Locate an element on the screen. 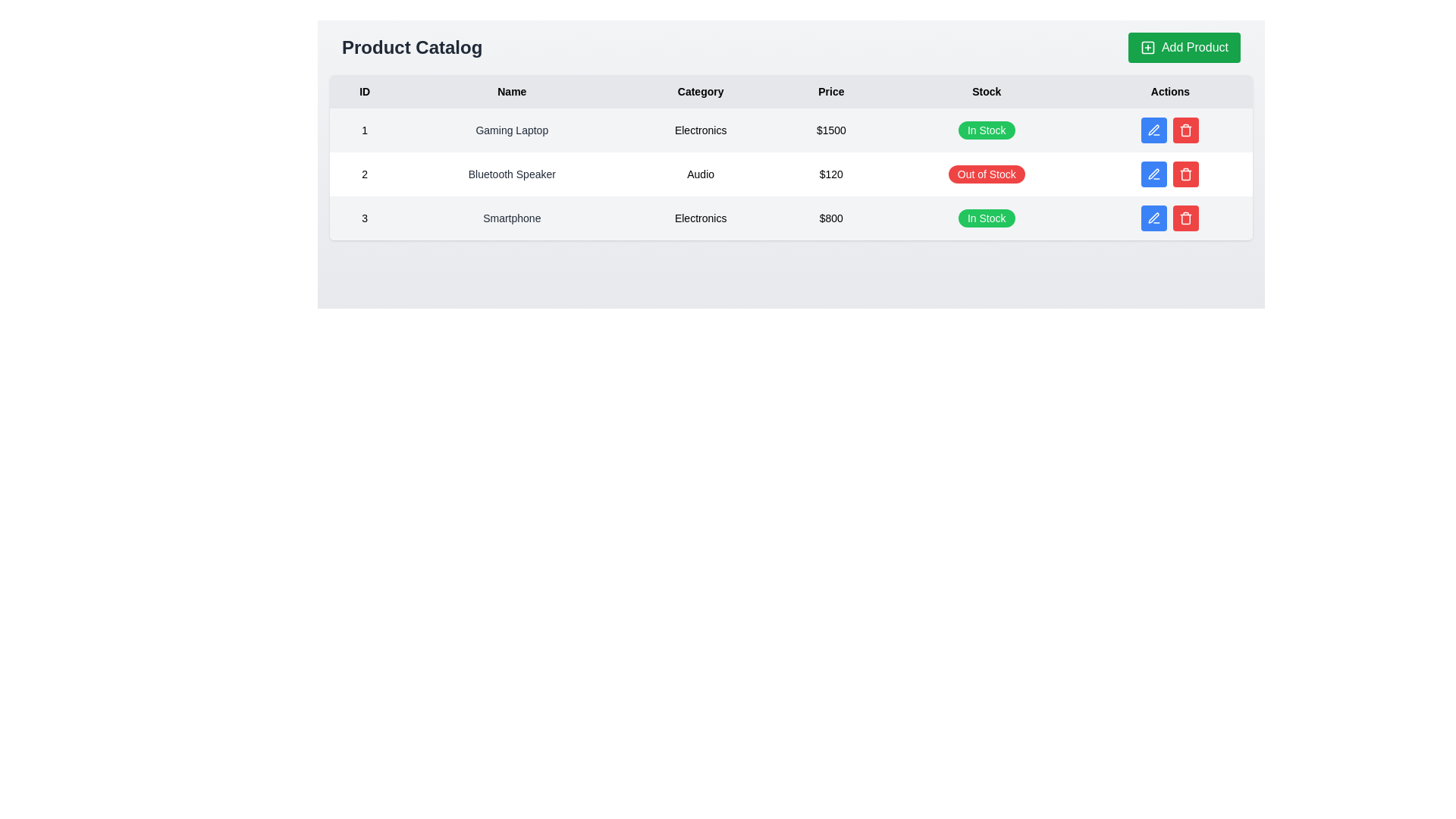  the 'Category' text header in the table, which is the third column header, centrally aligned and surrounded by a light gray background is located at coordinates (700, 91).